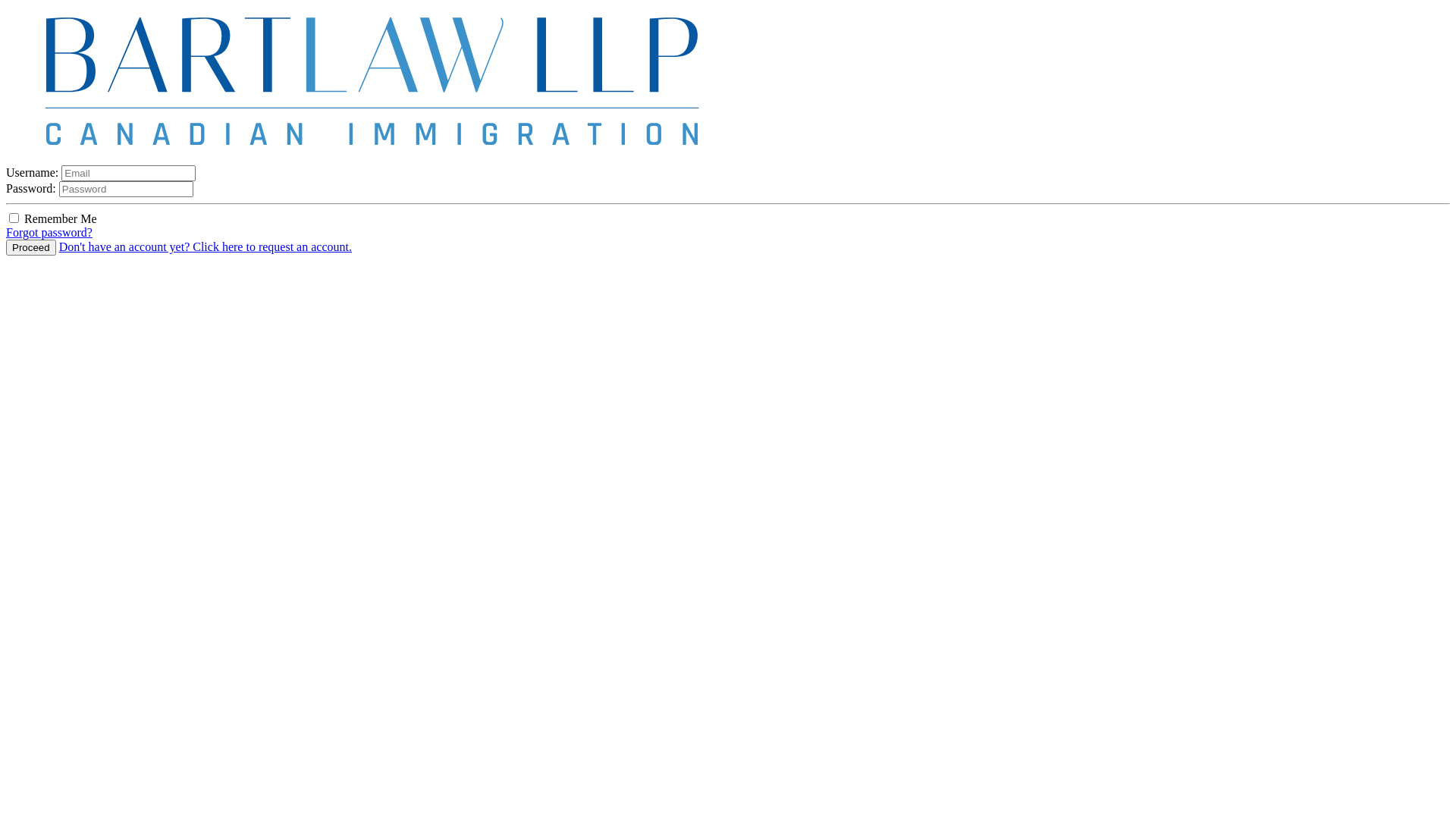 Image resolution: width=1456 pixels, height=819 pixels. What do you see at coordinates (6, 232) in the screenshot?
I see `'Forgot password?'` at bounding box center [6, 232].